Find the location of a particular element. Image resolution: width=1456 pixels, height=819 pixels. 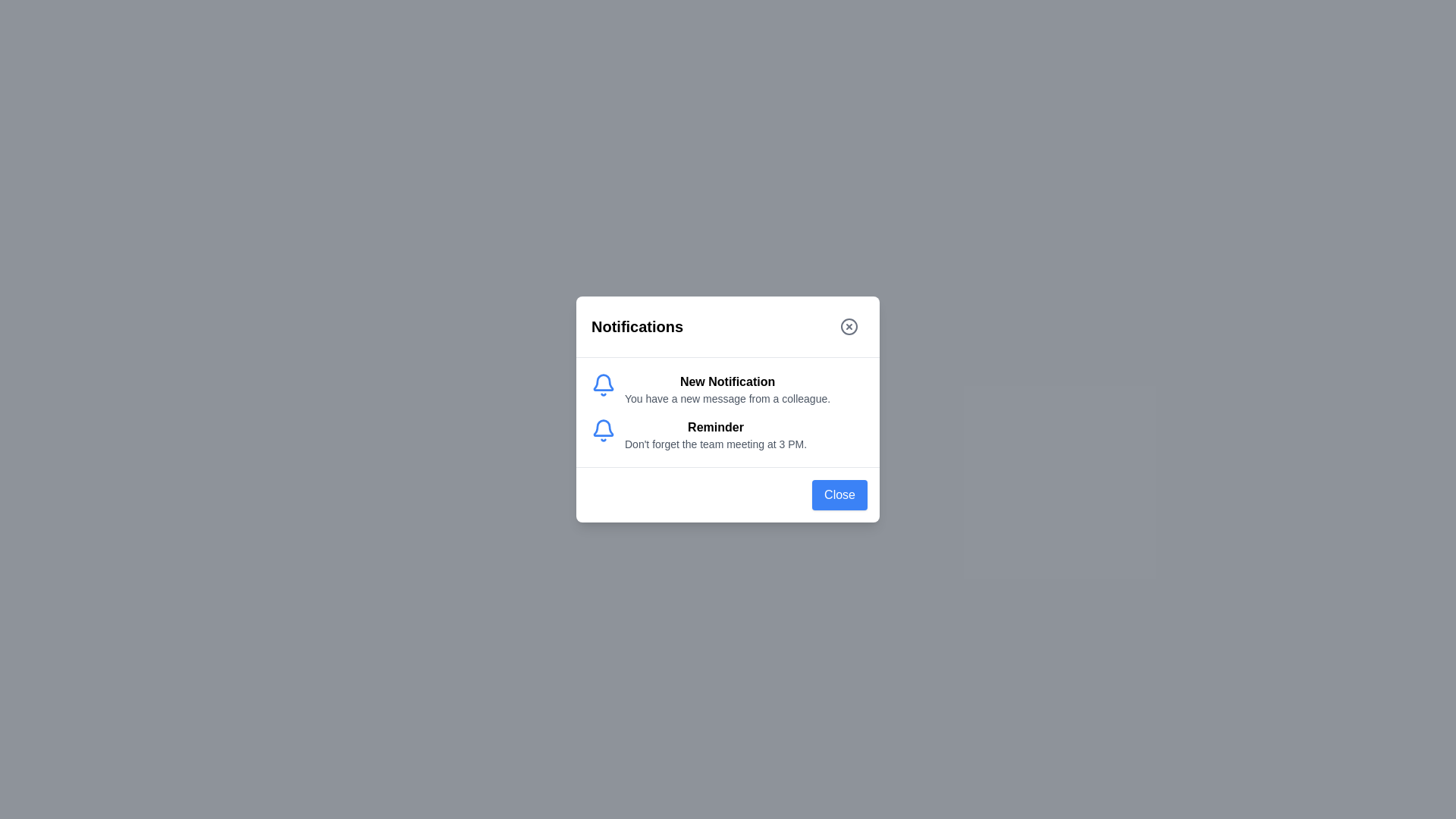

the close button located at the bottom-right corner of the modal, which is the sole interactive element is located at coordinates (839, 494).